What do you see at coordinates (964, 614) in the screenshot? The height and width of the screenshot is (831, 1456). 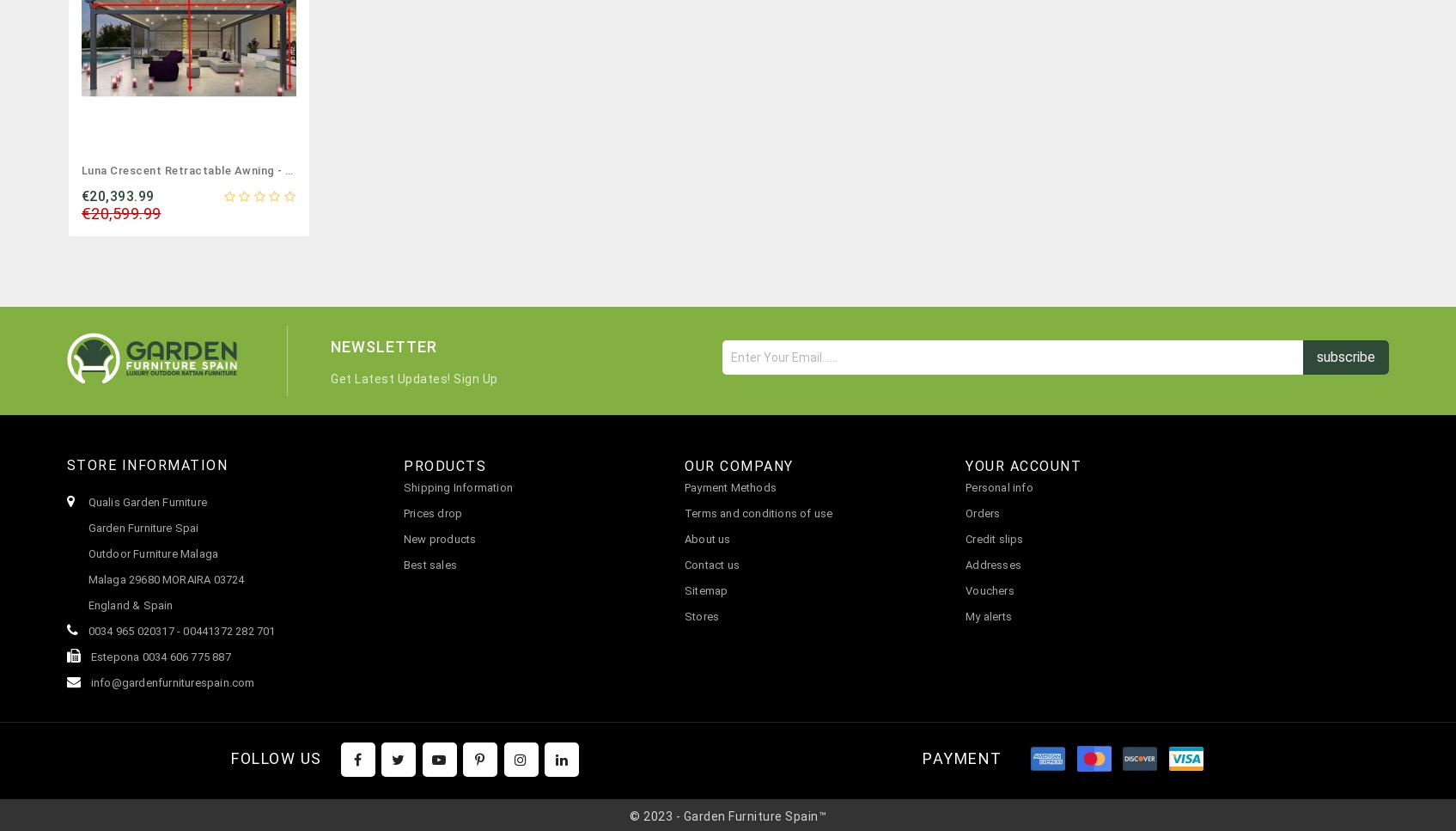 I see `'My alerts'` at bounding box center [964, 614].